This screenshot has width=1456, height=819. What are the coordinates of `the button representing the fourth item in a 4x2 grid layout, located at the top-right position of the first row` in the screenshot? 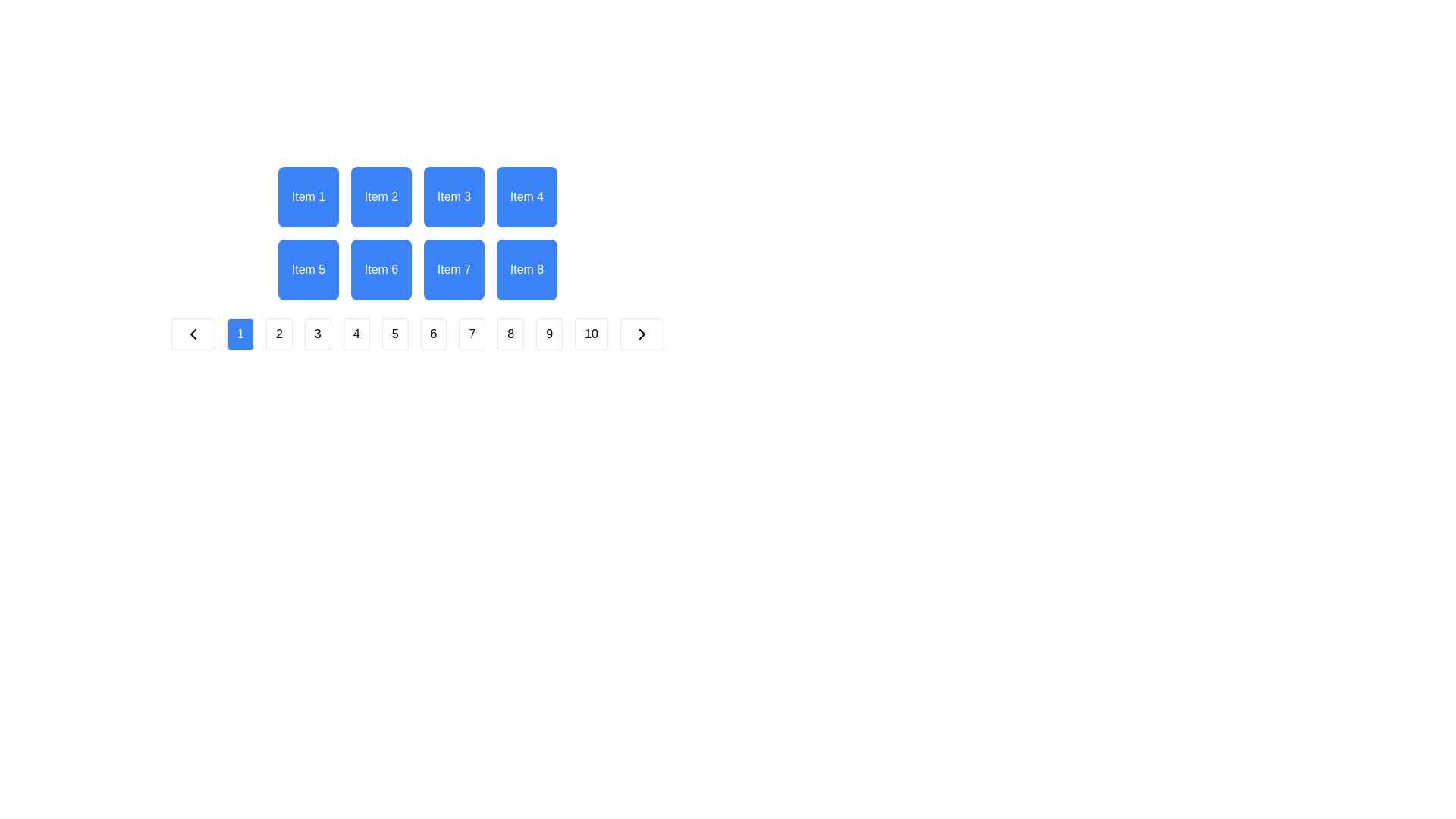 It's located at (527, 196).